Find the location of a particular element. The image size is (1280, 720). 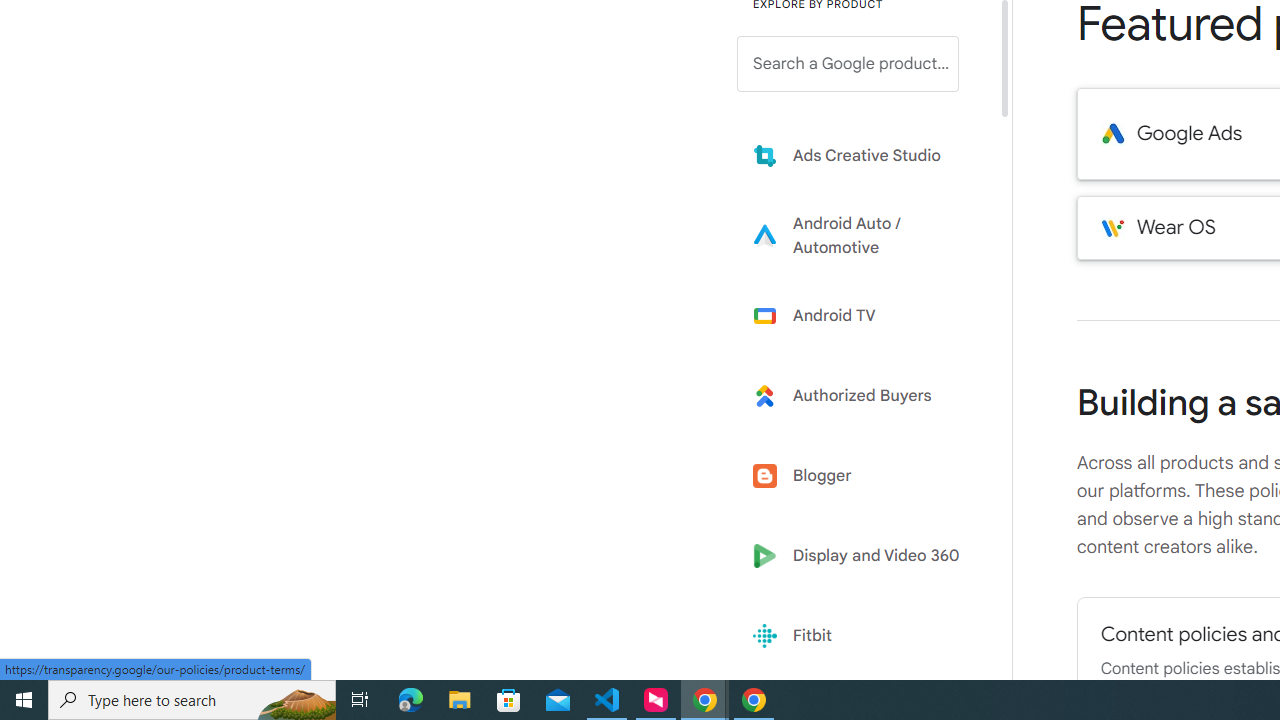

'Learn more about Android Auto' is located at coordinates (862, 234).